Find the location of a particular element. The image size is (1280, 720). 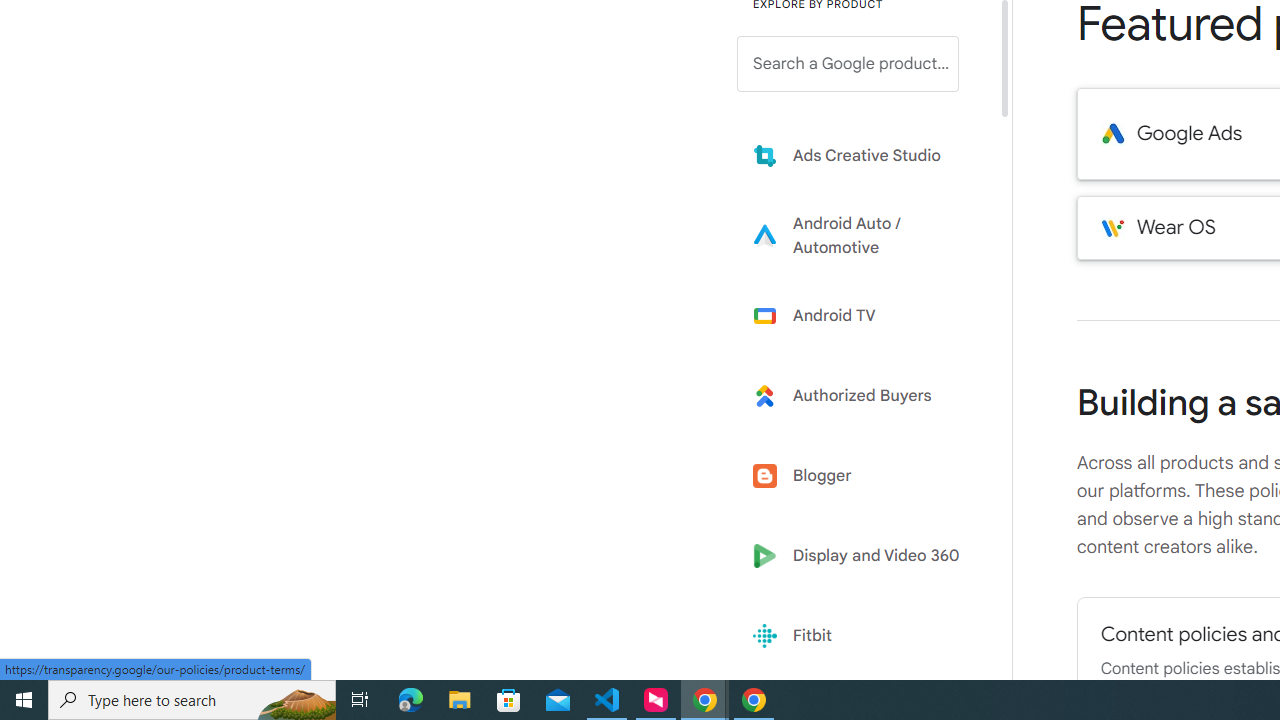

'Learn more about Android Auto' is located at coordinates (862, 234).